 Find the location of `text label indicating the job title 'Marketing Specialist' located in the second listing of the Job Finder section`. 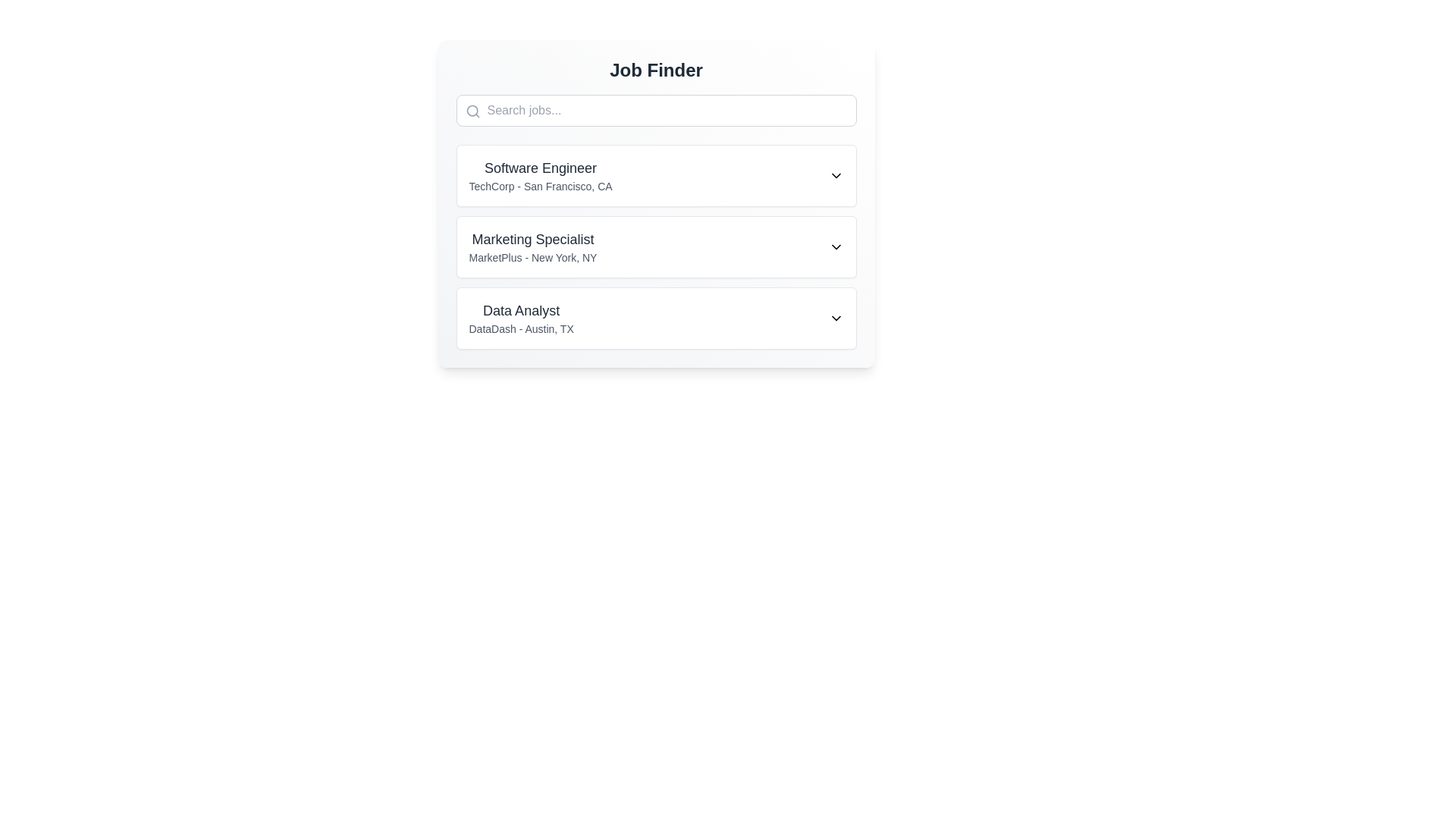

text label indicating the job title 'Marketing Specialist' located in the second listing of the Job Finder section is located at coordinates (532, 239).